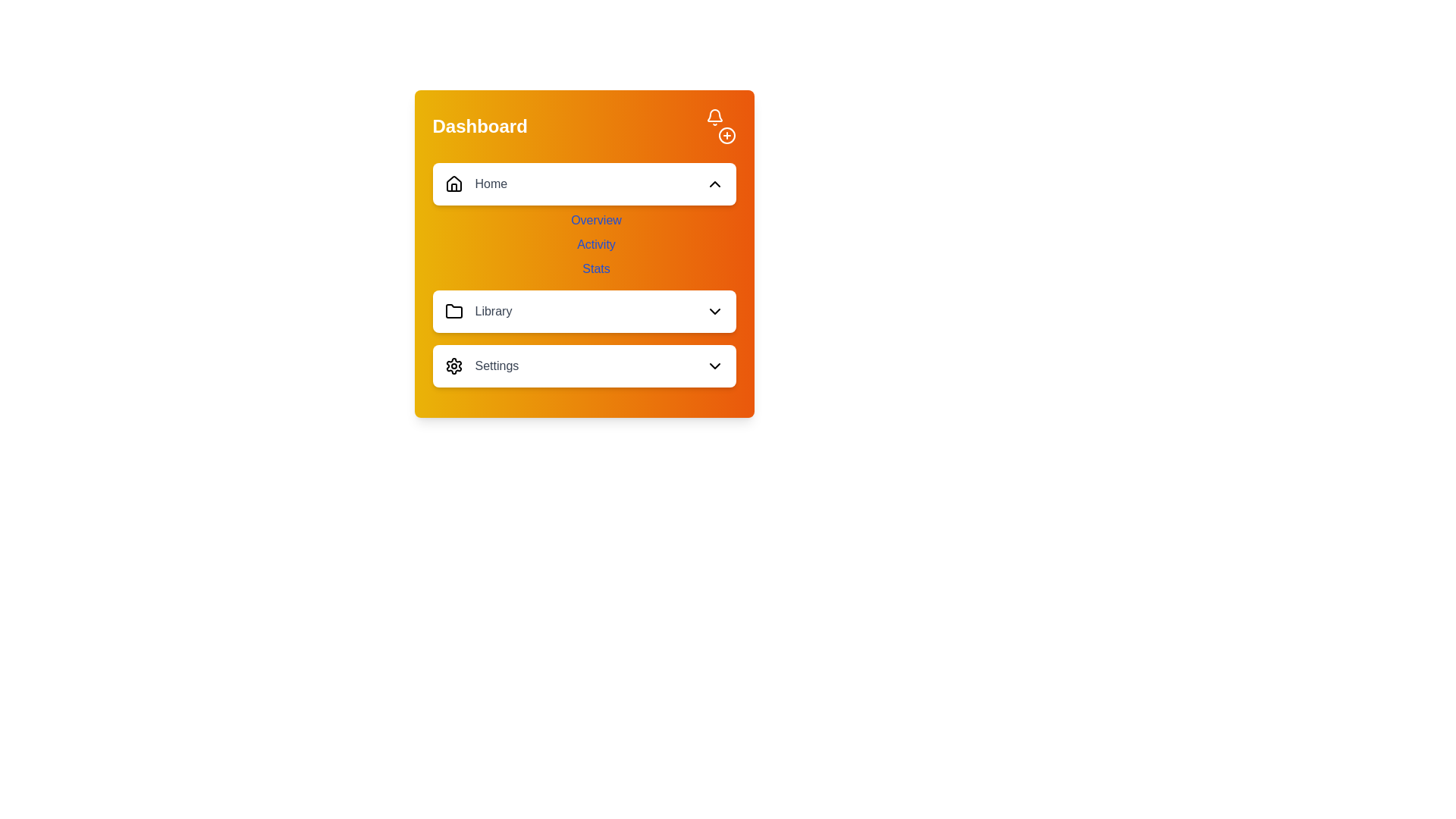 The image size is (1456, 819). I want to click on the 'Library' button, which is the second selectable item in a vertical list, so click(583, 311).